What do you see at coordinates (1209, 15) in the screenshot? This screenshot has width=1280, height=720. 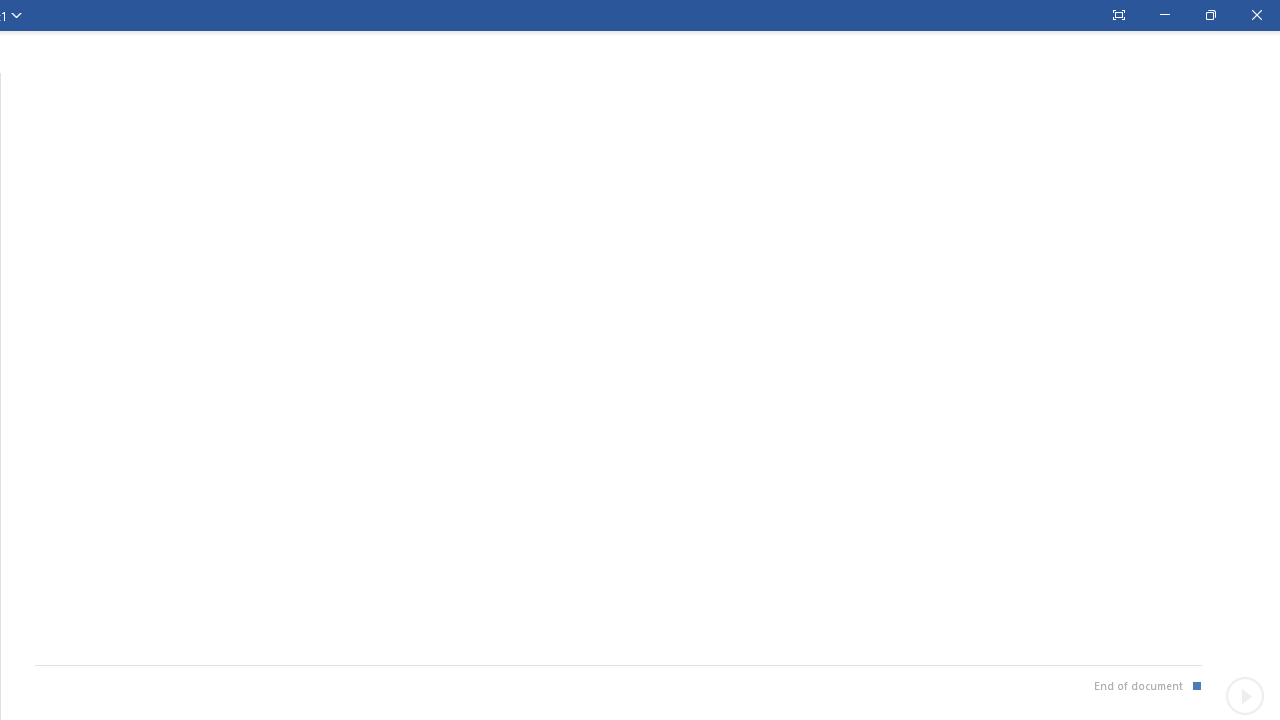 I see `'Restore Down'` at bounding box center [1209, 15].